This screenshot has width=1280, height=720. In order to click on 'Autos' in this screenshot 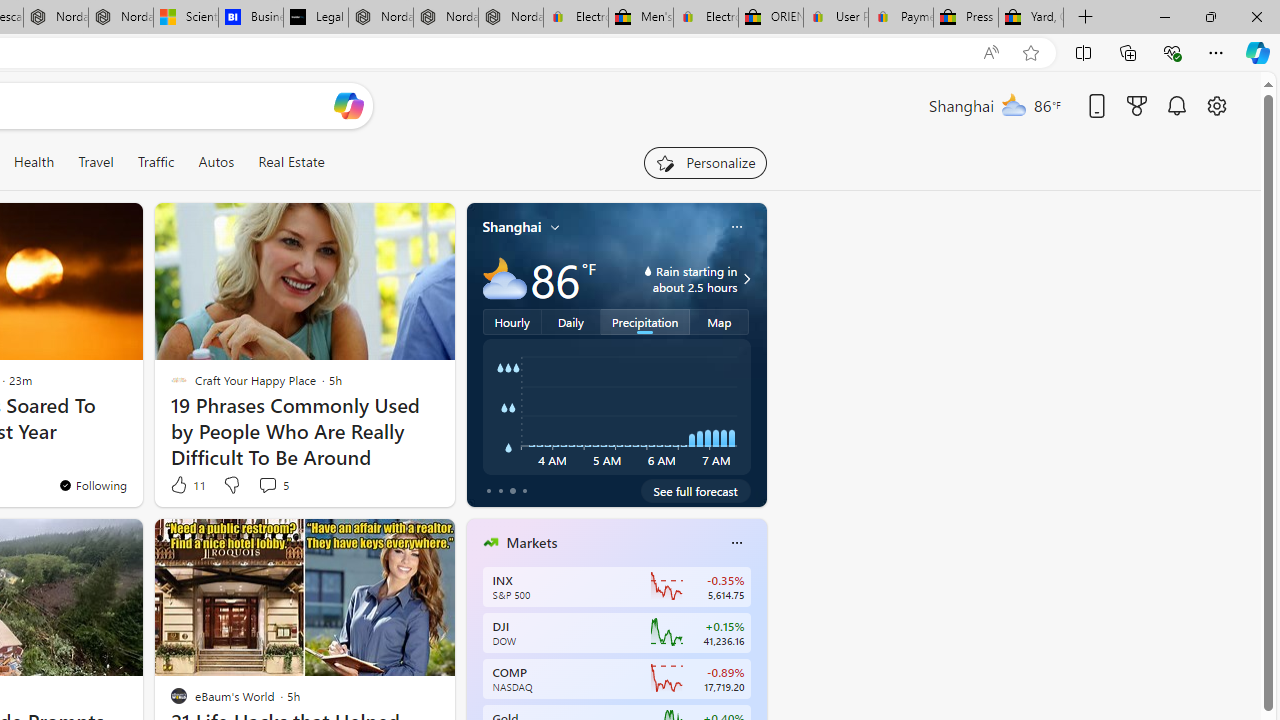, I will do `click(216, 161)`.